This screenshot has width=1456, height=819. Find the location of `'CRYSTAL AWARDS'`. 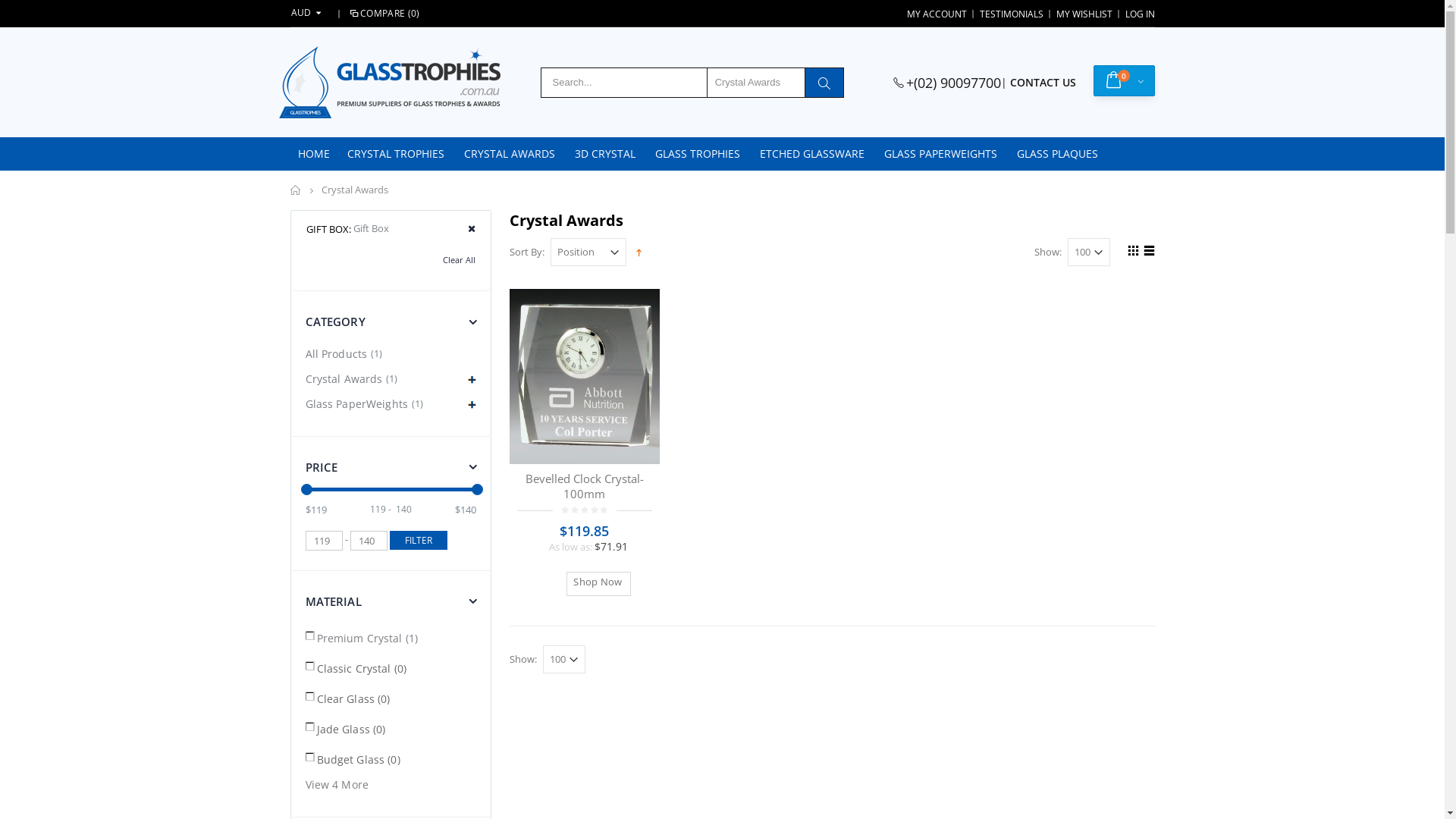

'CRYSTAL AWARDS' is located at coordinates (510, 154).